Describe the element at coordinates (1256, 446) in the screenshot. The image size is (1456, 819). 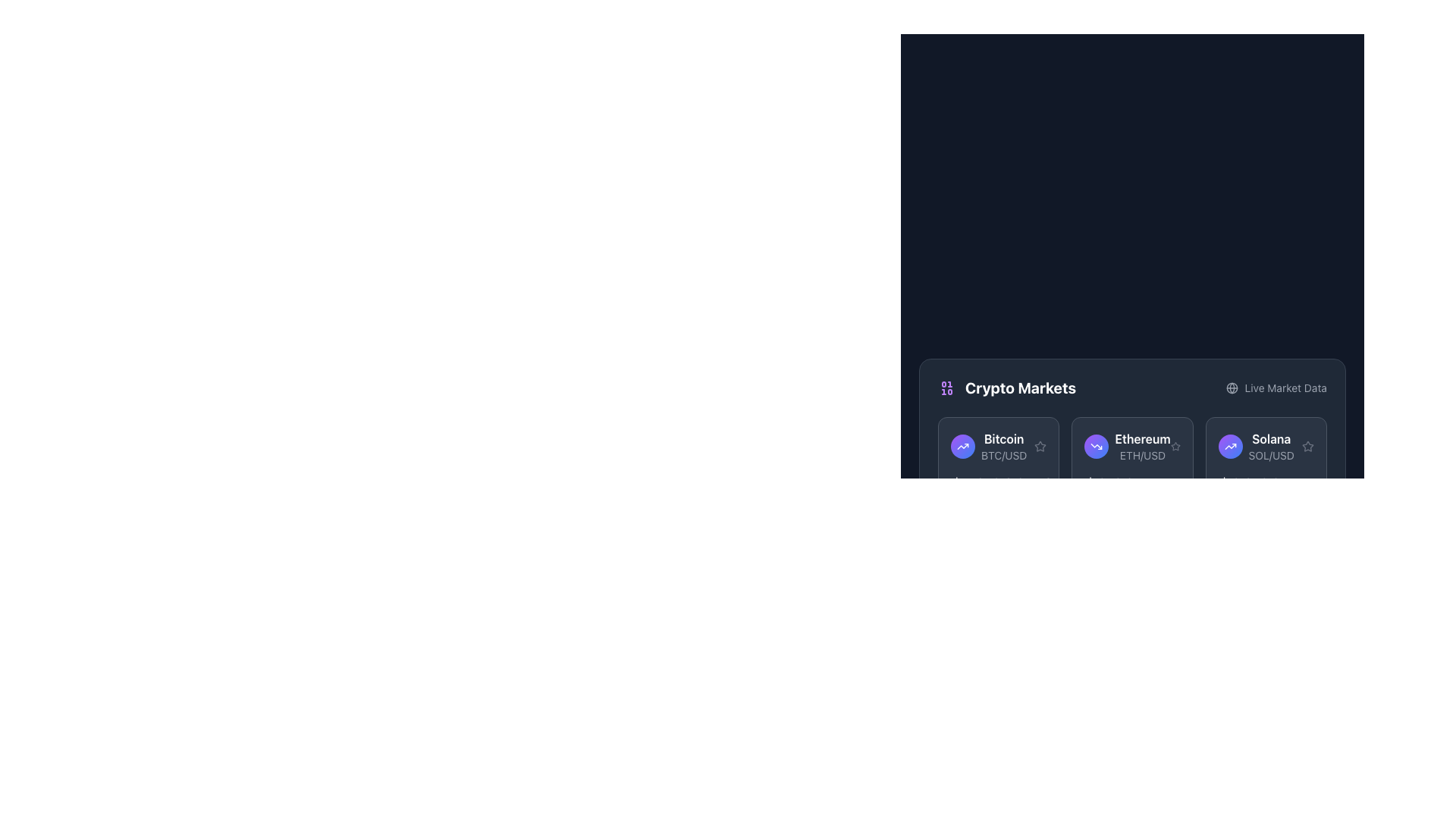
I see `the 'Solana' informational card, which features a rounded purple-to-blue gradient icon with a white upward arrow and displays the text 'Solana' in bold white and 'SOL/USD' in smaller gray font` at that location.